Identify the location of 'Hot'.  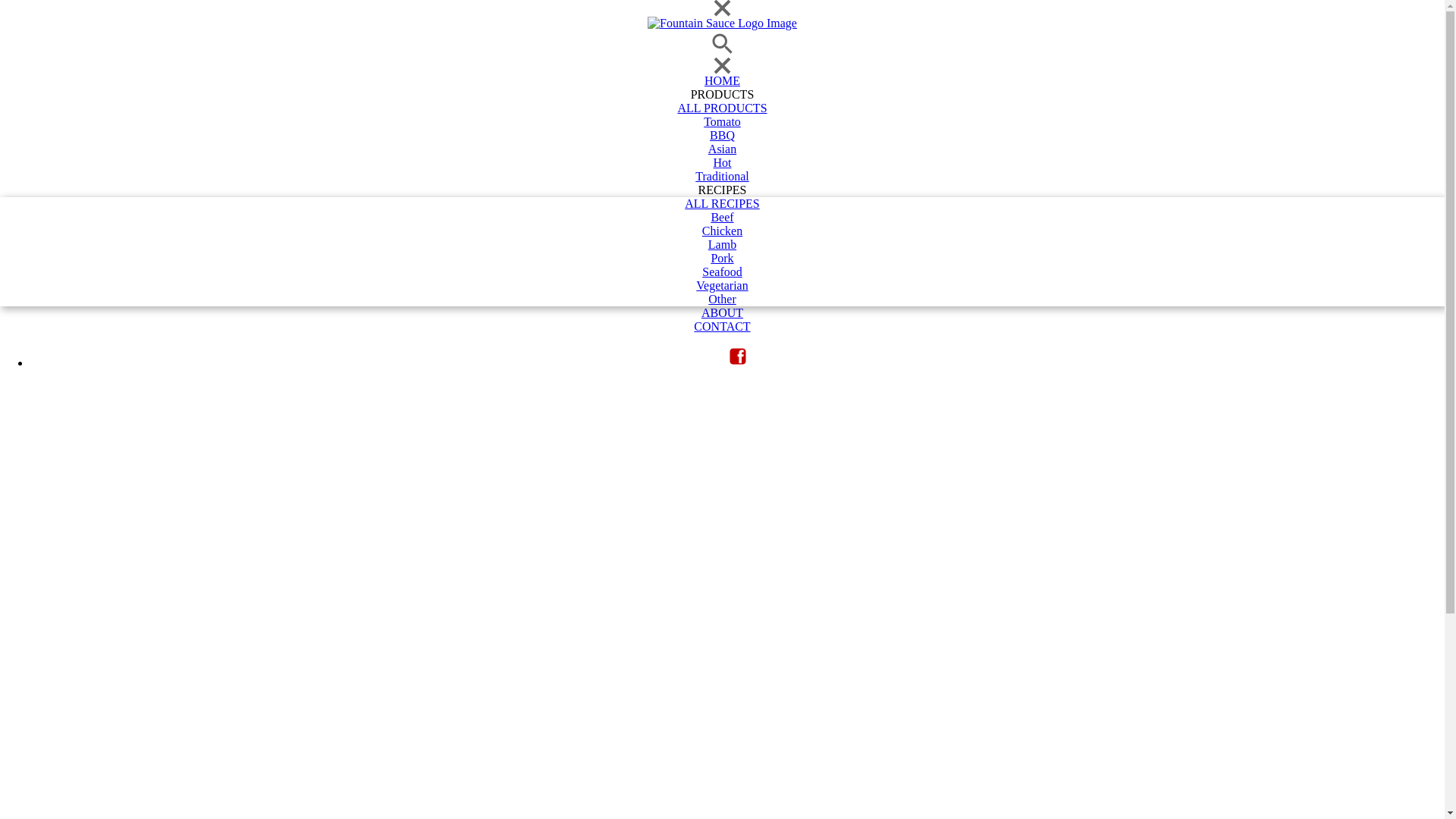
(721, 163).